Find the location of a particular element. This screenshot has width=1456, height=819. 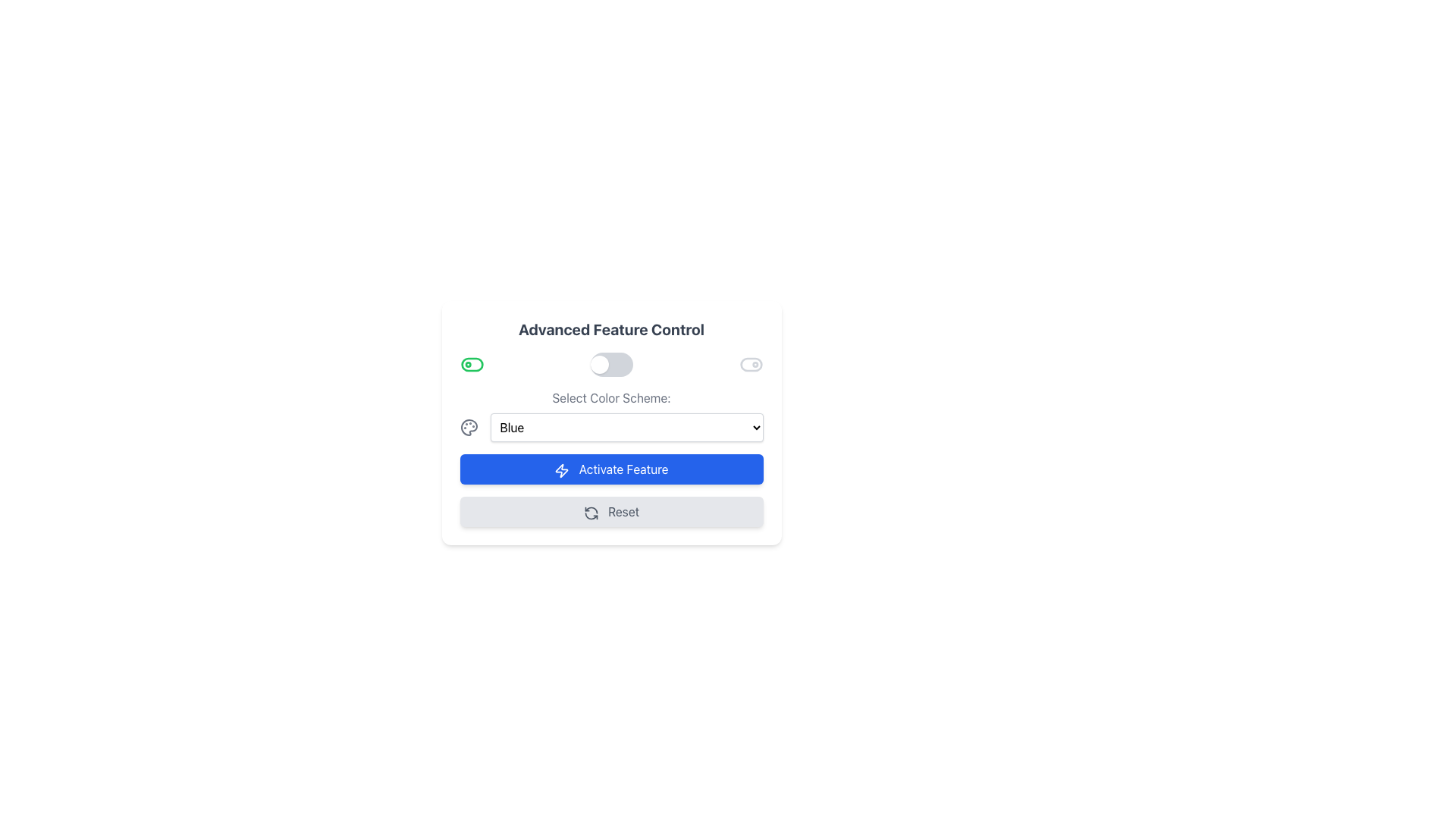

the Dropdown menu labeled 'Blue' with a color palette icon and dropdown arrow, located in the 'Select Color Scheme:' section is located at coordinates (611, 427).